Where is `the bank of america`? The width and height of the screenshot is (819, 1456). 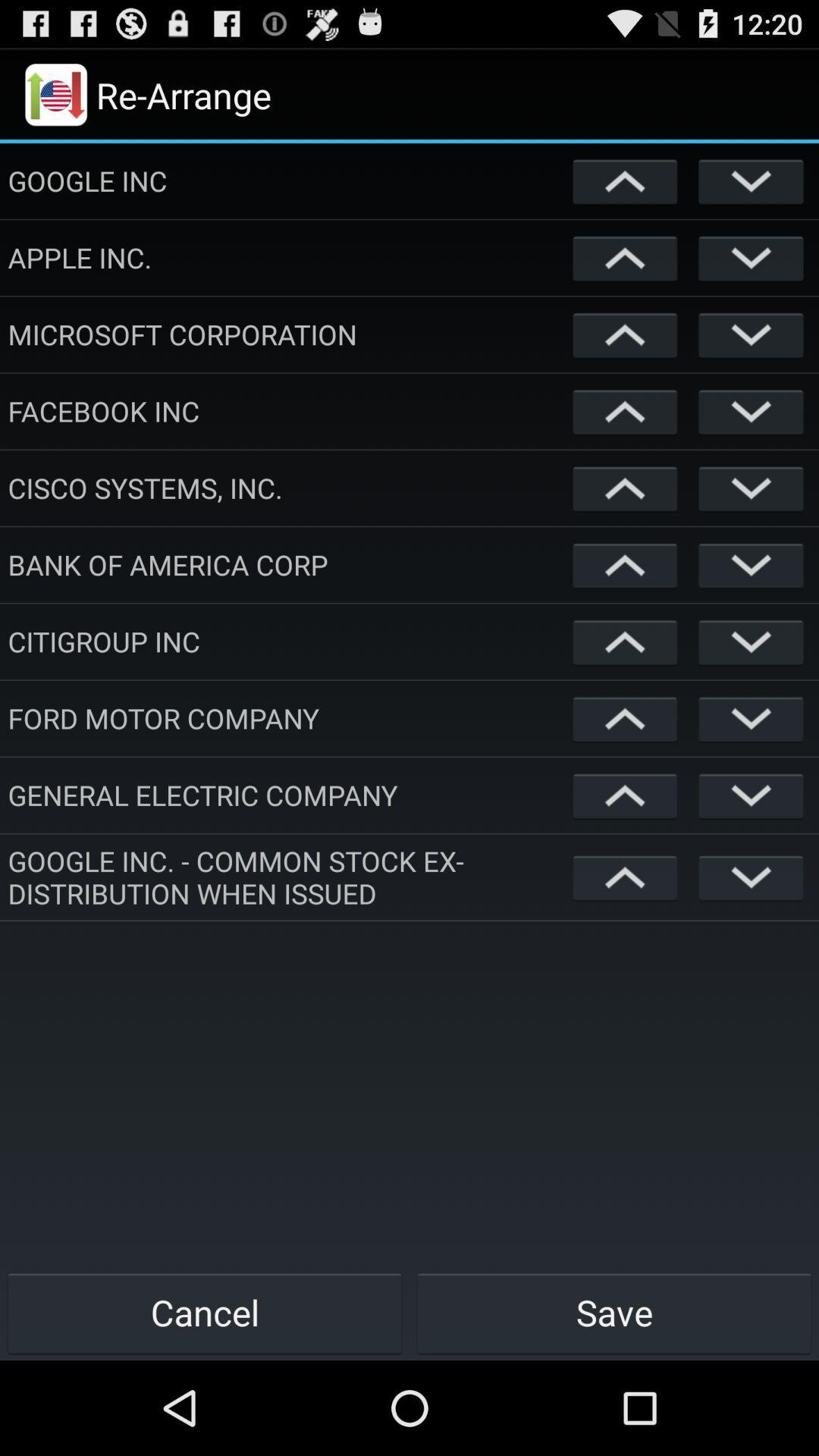 the bank of america is located at coordinates (287, 563).